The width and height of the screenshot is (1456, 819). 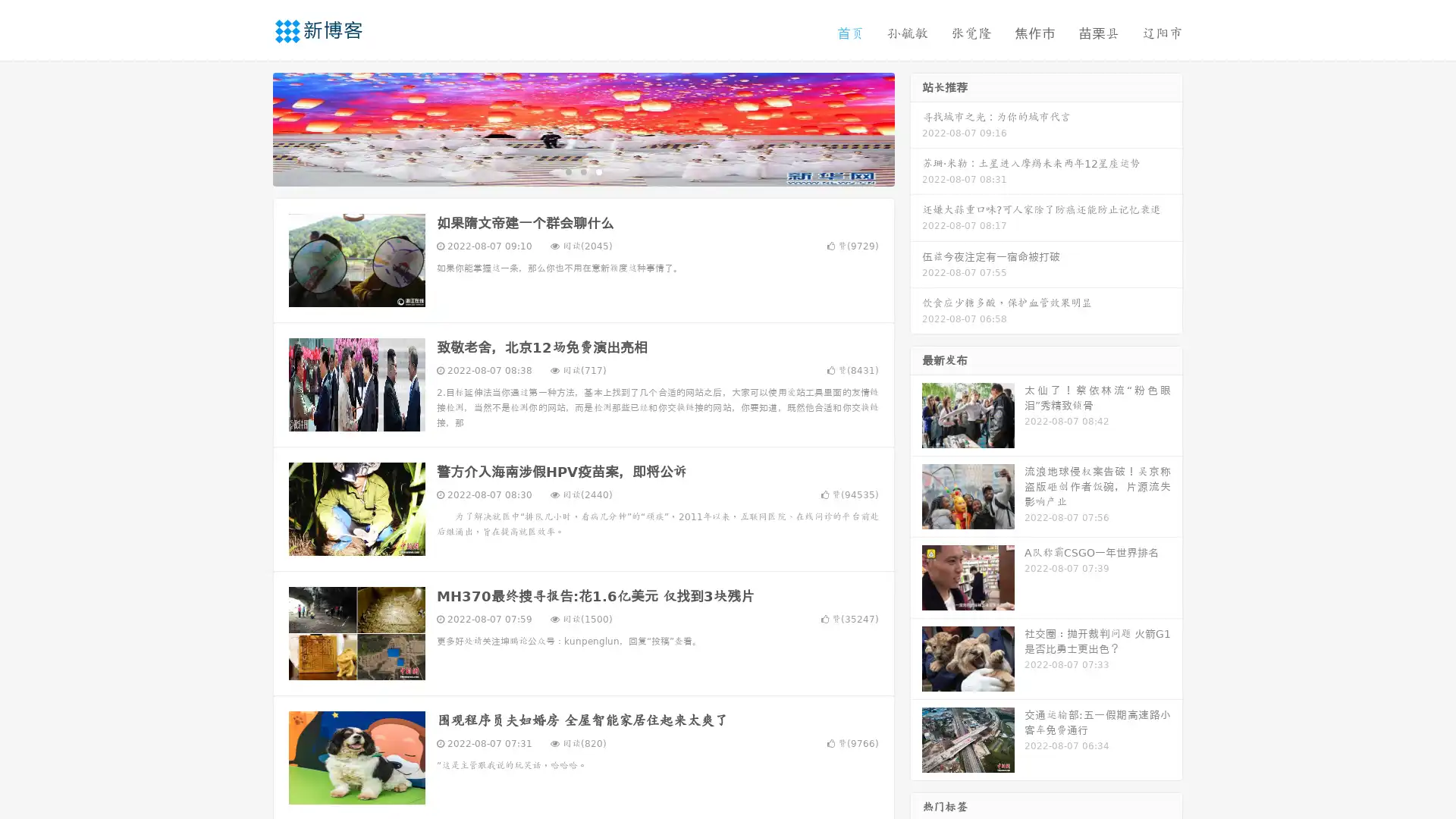 I want to click on Go to slide 3, so click(x=598, y=171).